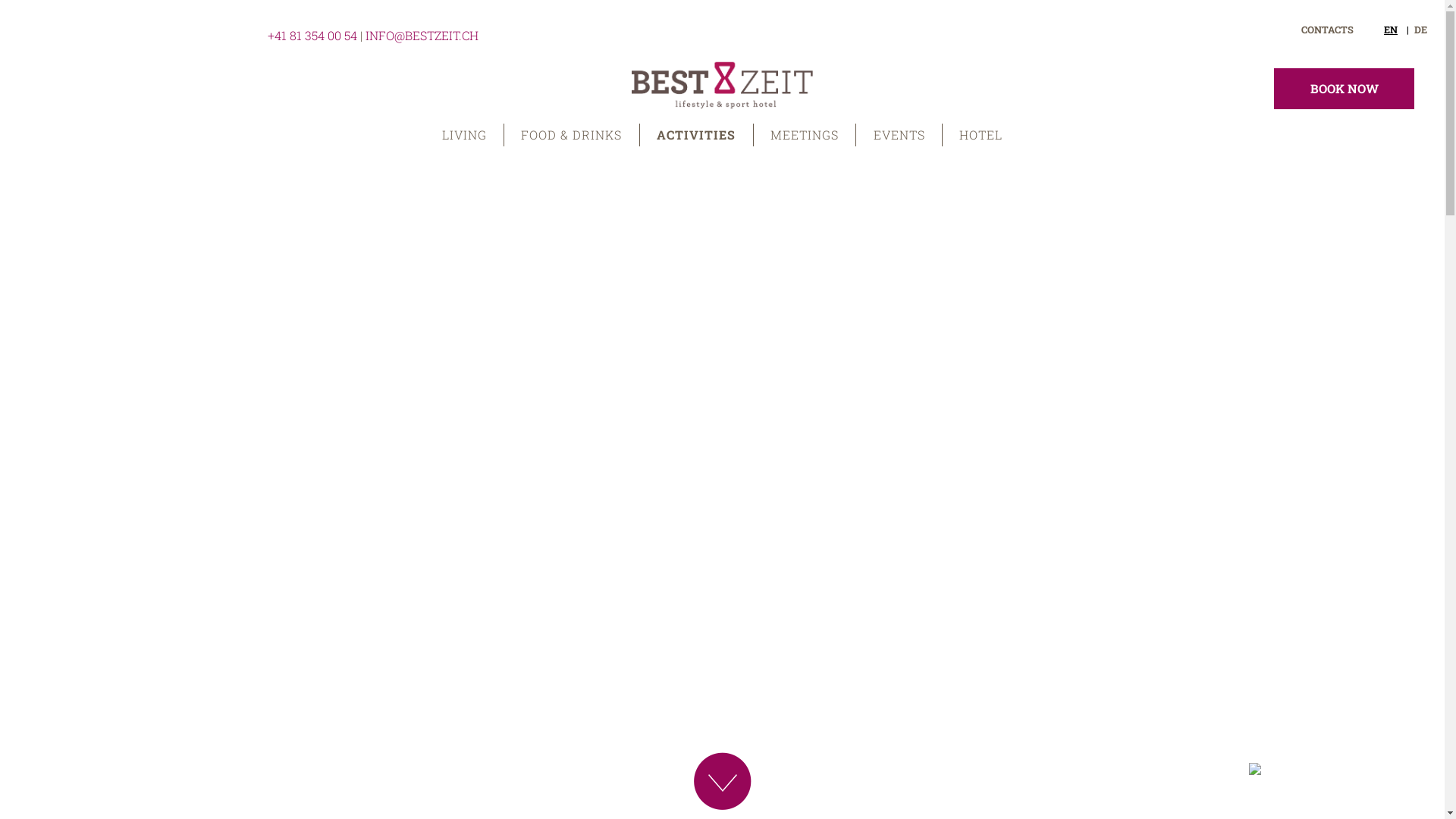 This screenshot has height=819, width=1456. What do you see at coordinates (1414, 29) in the screenshot?
I see `'DE'` at bounding box center [1414, 29].